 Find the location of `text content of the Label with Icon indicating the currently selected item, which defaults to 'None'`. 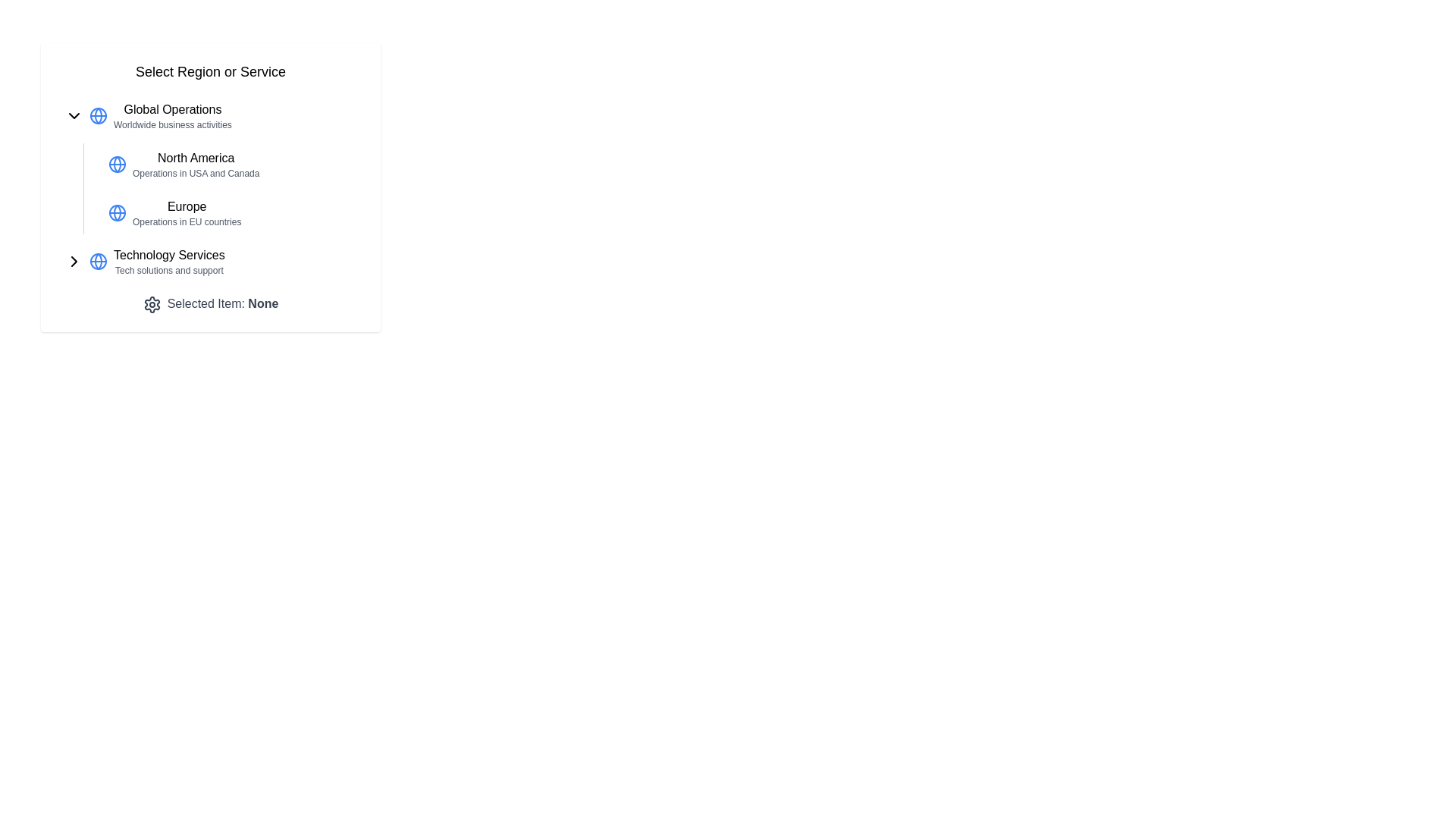

text content of the Label with Icon indicating the currently selected item, which defaults to 'None' is located at coordinates (210, 304).